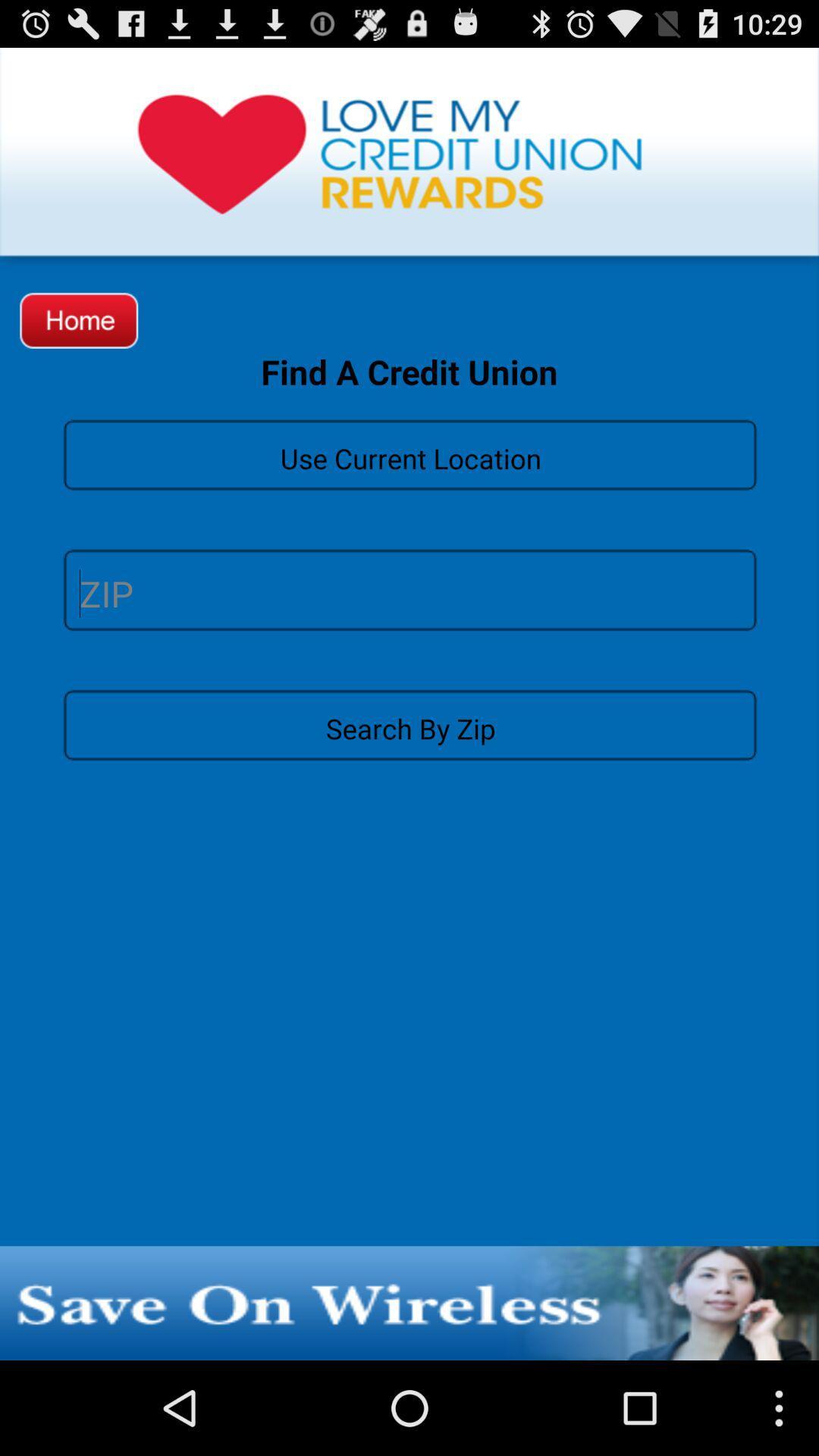 The image size is (819, 1456). I want to click on search by zip button, so click(409, 723).